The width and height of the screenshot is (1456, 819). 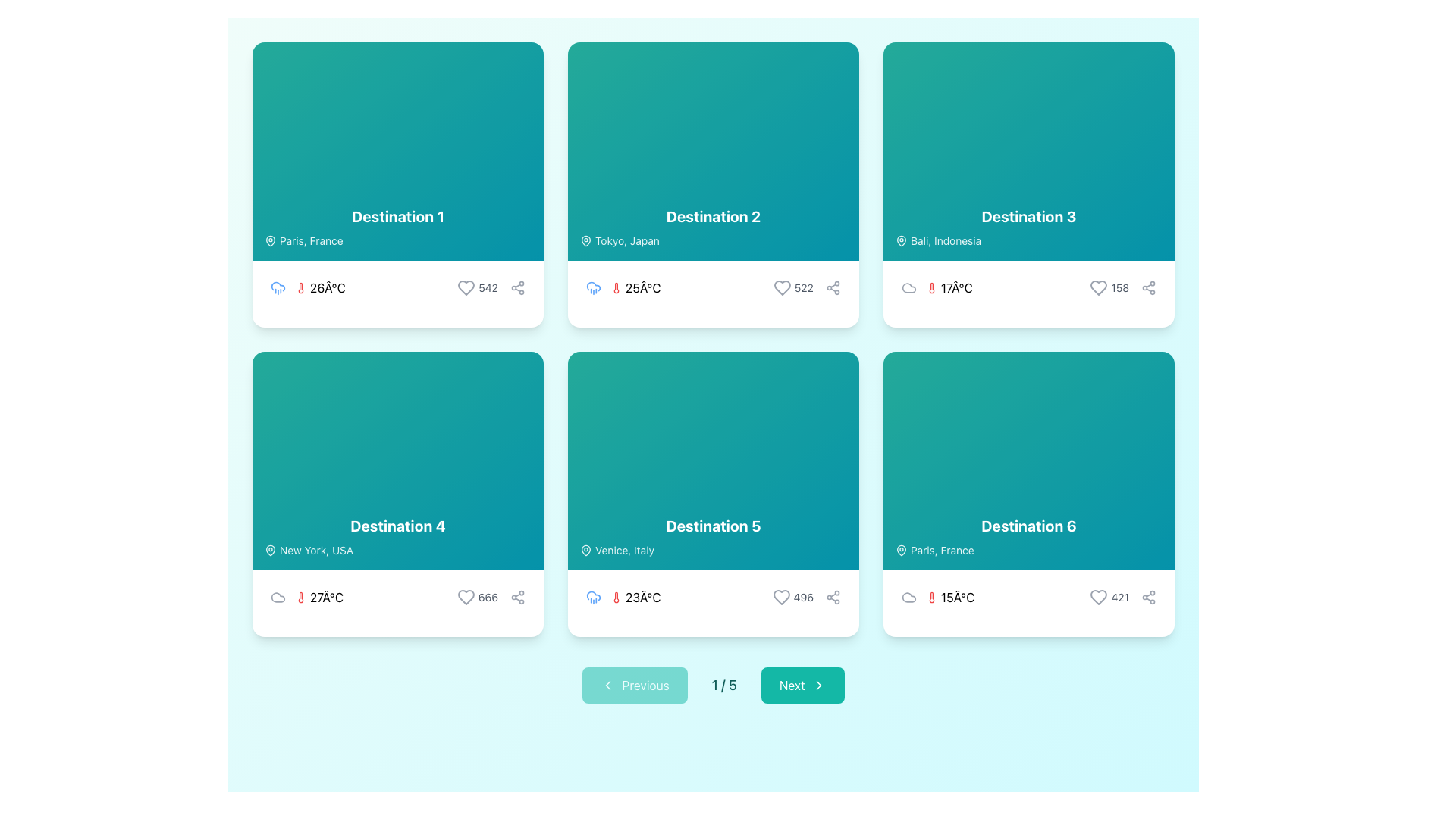 I want to click on the geographical location icon located to the left of the text 'New York, USA' in the fourth card of the second row in the grid layout, so click(x=270, y=550).